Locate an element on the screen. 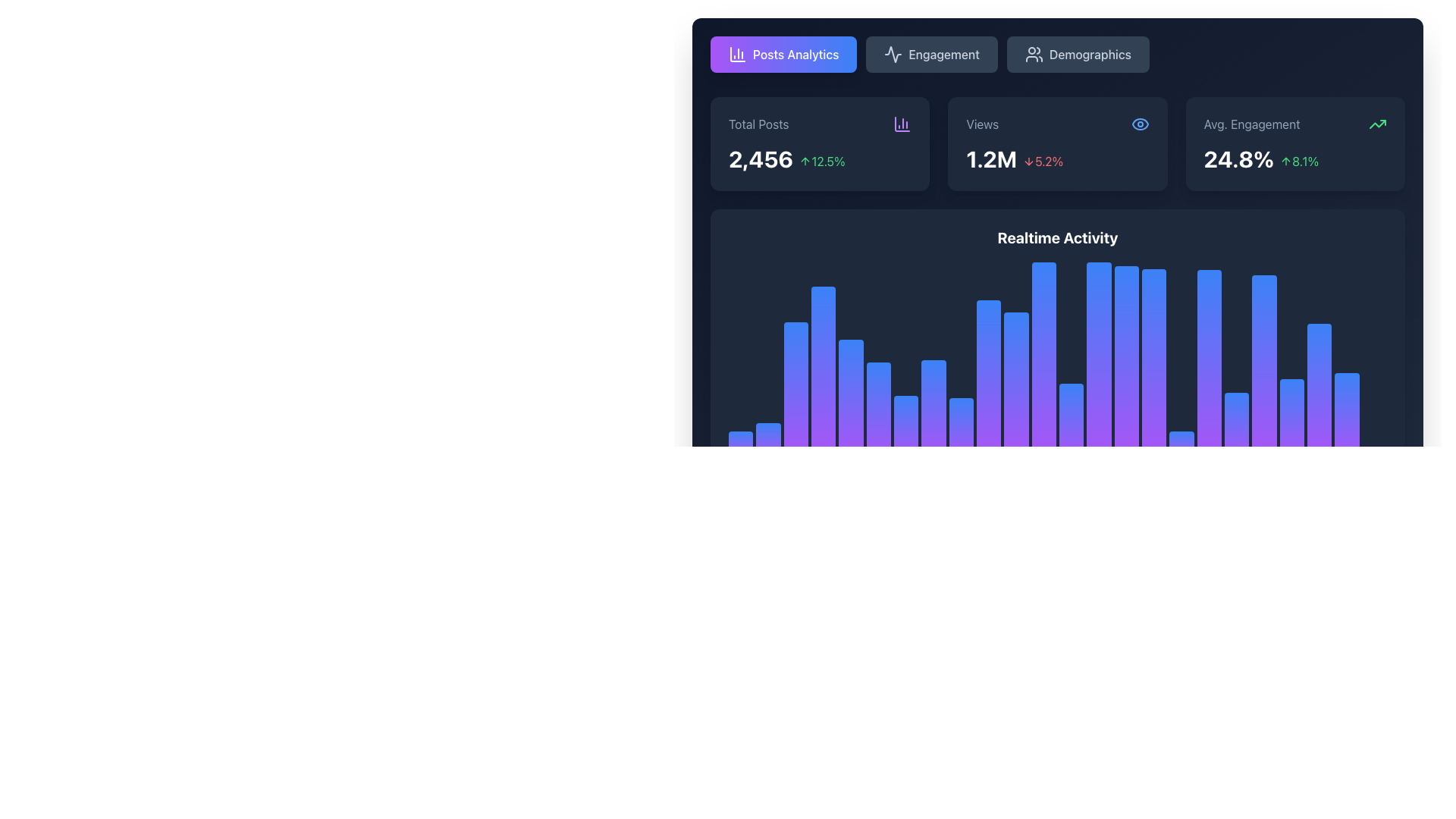 The height and width of the screenshot is (819, 1456). the numeric percentage value '5.2%' with a downward arrow icon in red, indicating a negative trend, located in the second box from the left in the top row of the dashboard is located at coordinates (1042, 161).